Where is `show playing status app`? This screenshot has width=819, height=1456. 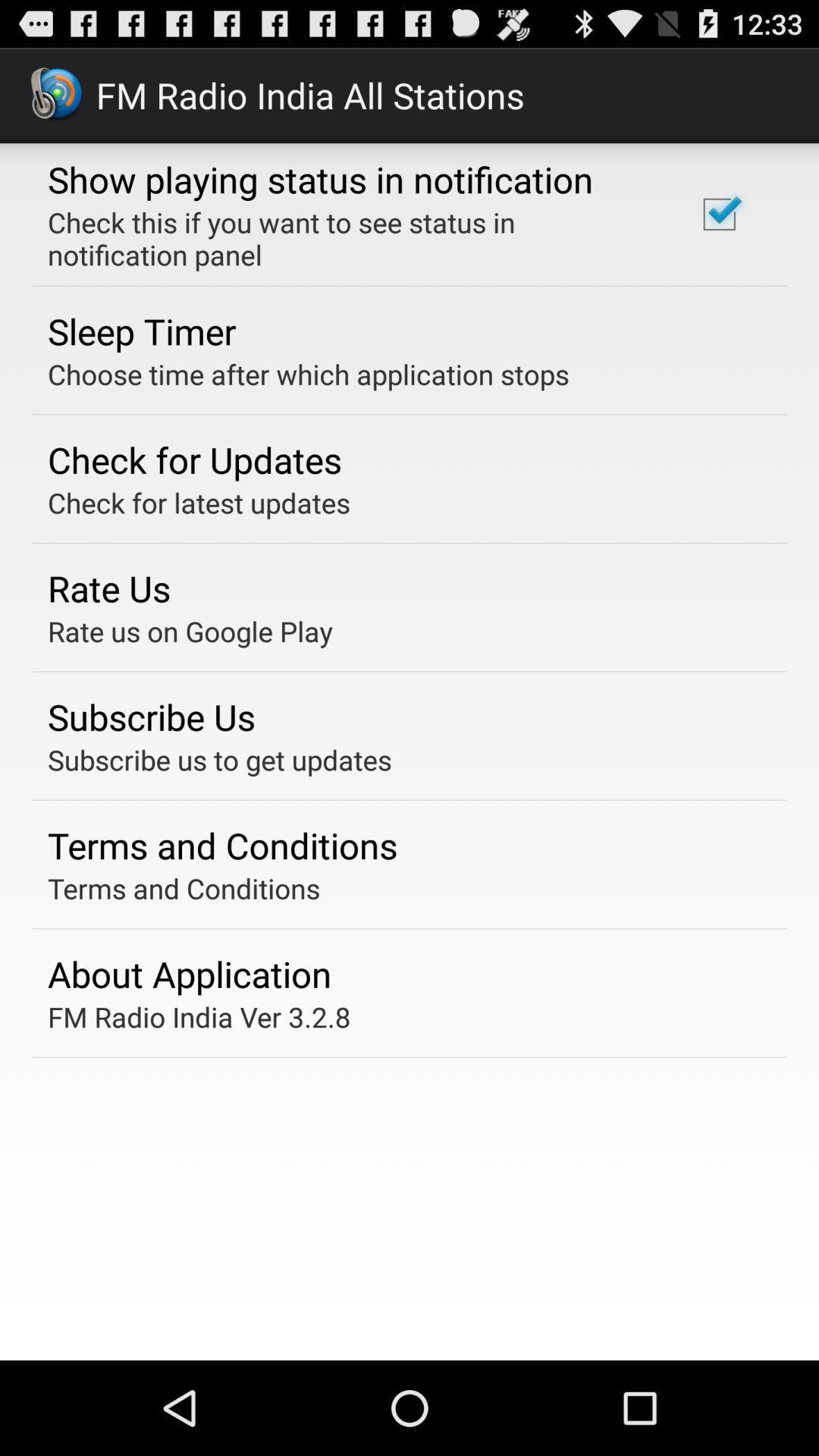 show playing status app is located at coordinates (319, 179).